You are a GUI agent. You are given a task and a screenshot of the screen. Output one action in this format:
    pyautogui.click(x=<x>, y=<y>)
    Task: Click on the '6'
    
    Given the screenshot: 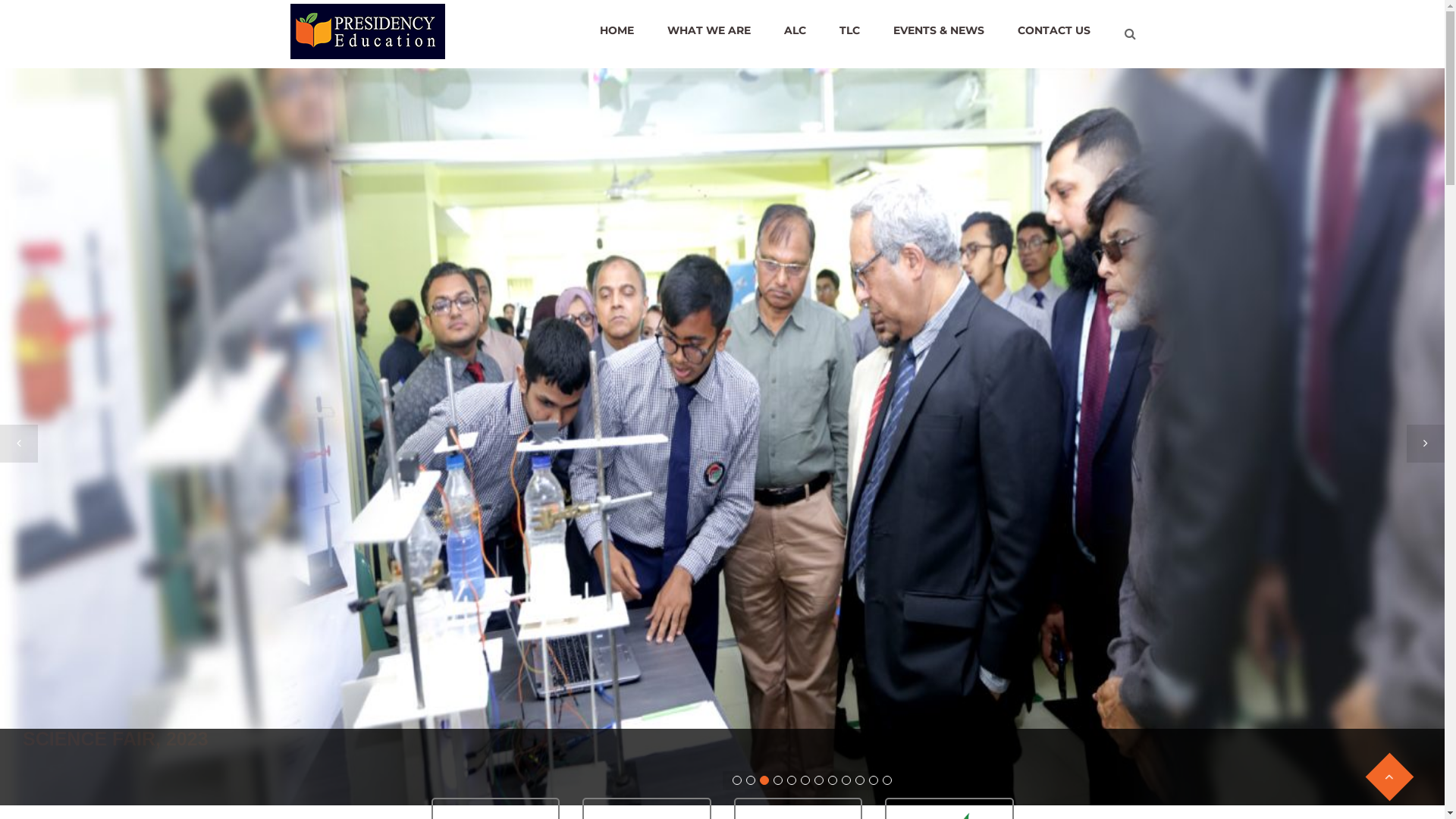 What is the action you would take?
    pyautogui.click(x=804, y=780)
    